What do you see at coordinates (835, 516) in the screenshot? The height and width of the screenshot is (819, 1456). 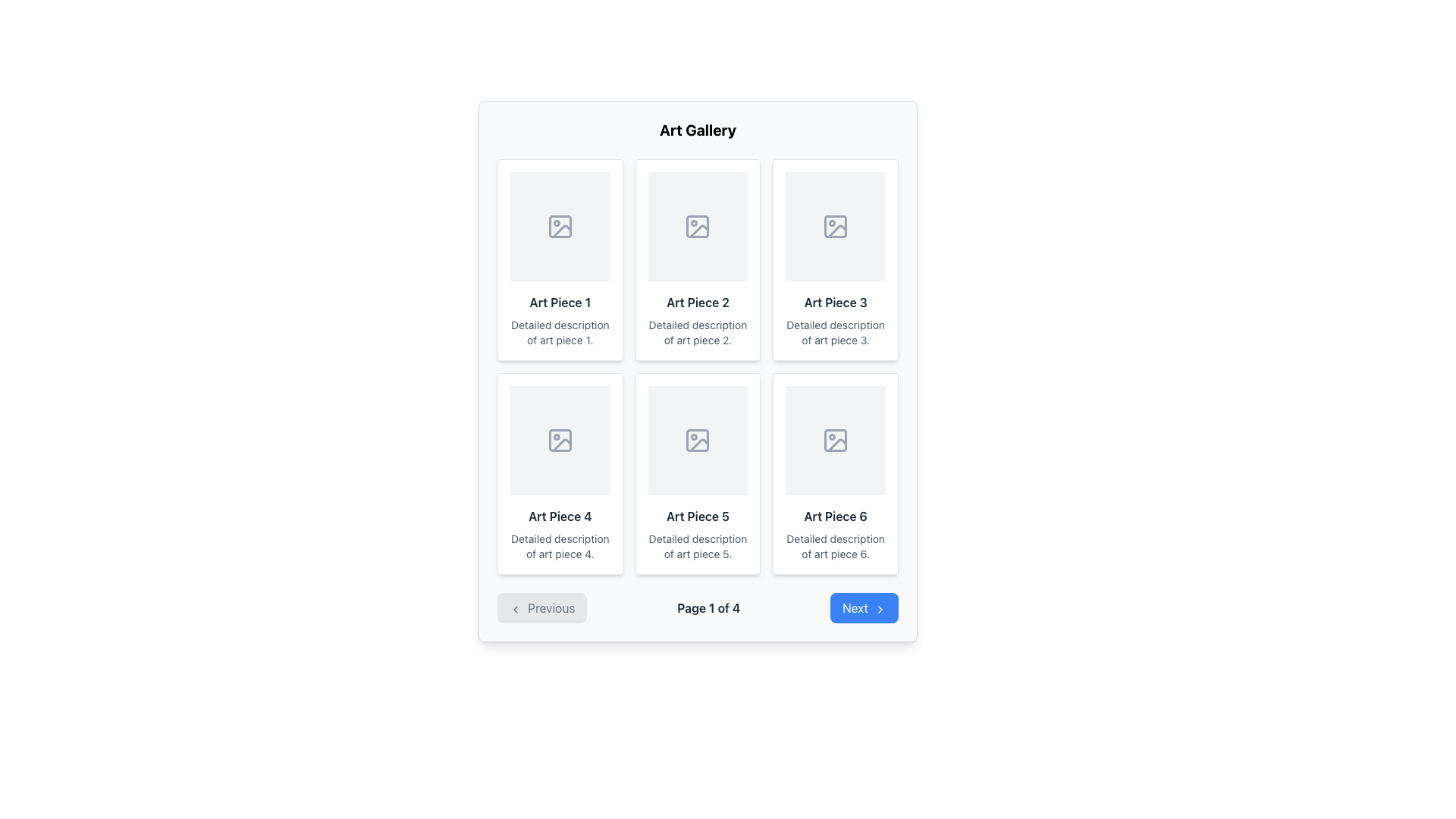 I see `the text label displaying 'Art Piece 6' which is styled in bold dark gray and located at the bottom of the sixth card in a 3x2 grid layout` at bounding box center [835, 516].